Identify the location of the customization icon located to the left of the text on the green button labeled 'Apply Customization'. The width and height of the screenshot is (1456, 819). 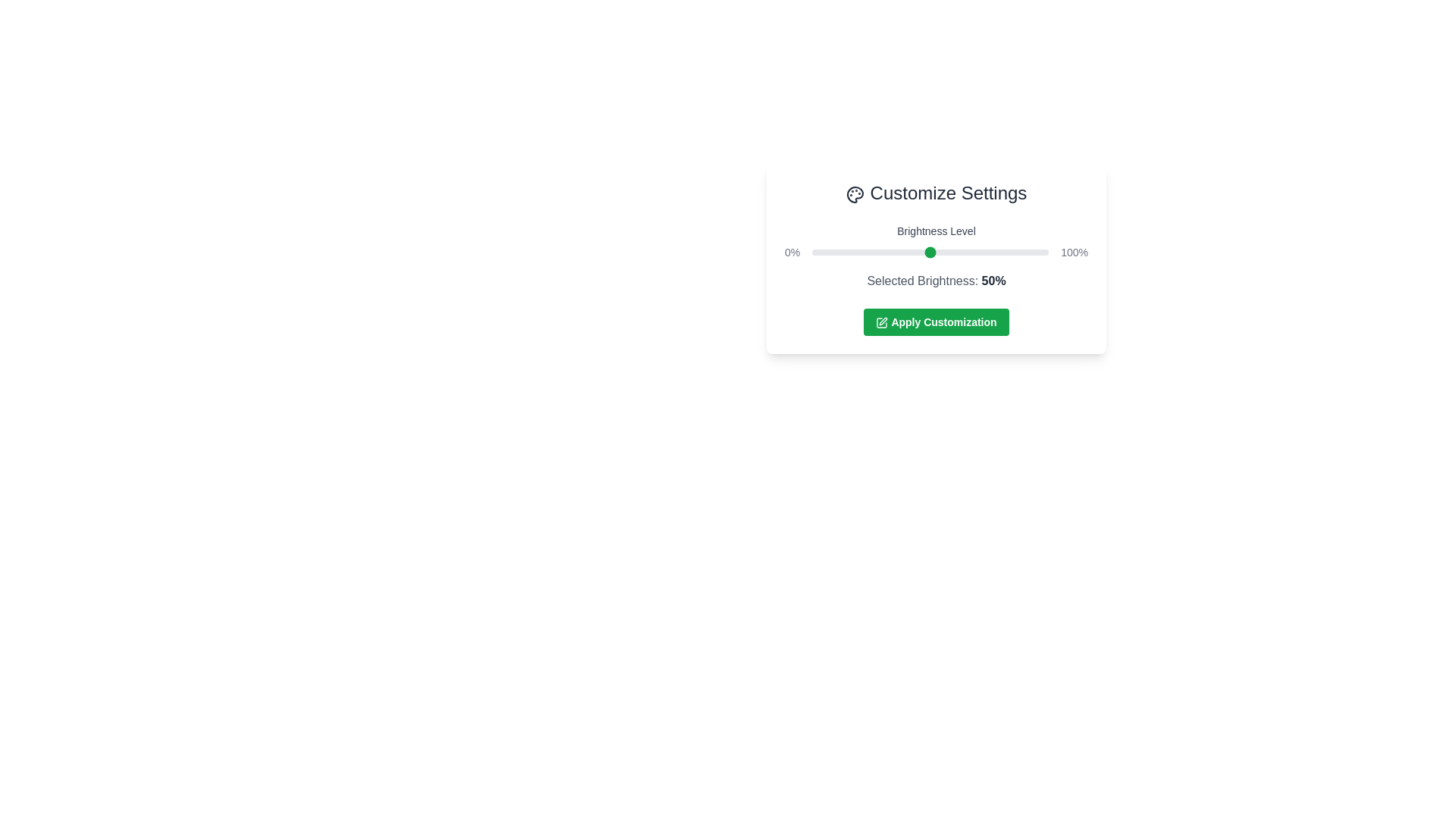
(882, 322).